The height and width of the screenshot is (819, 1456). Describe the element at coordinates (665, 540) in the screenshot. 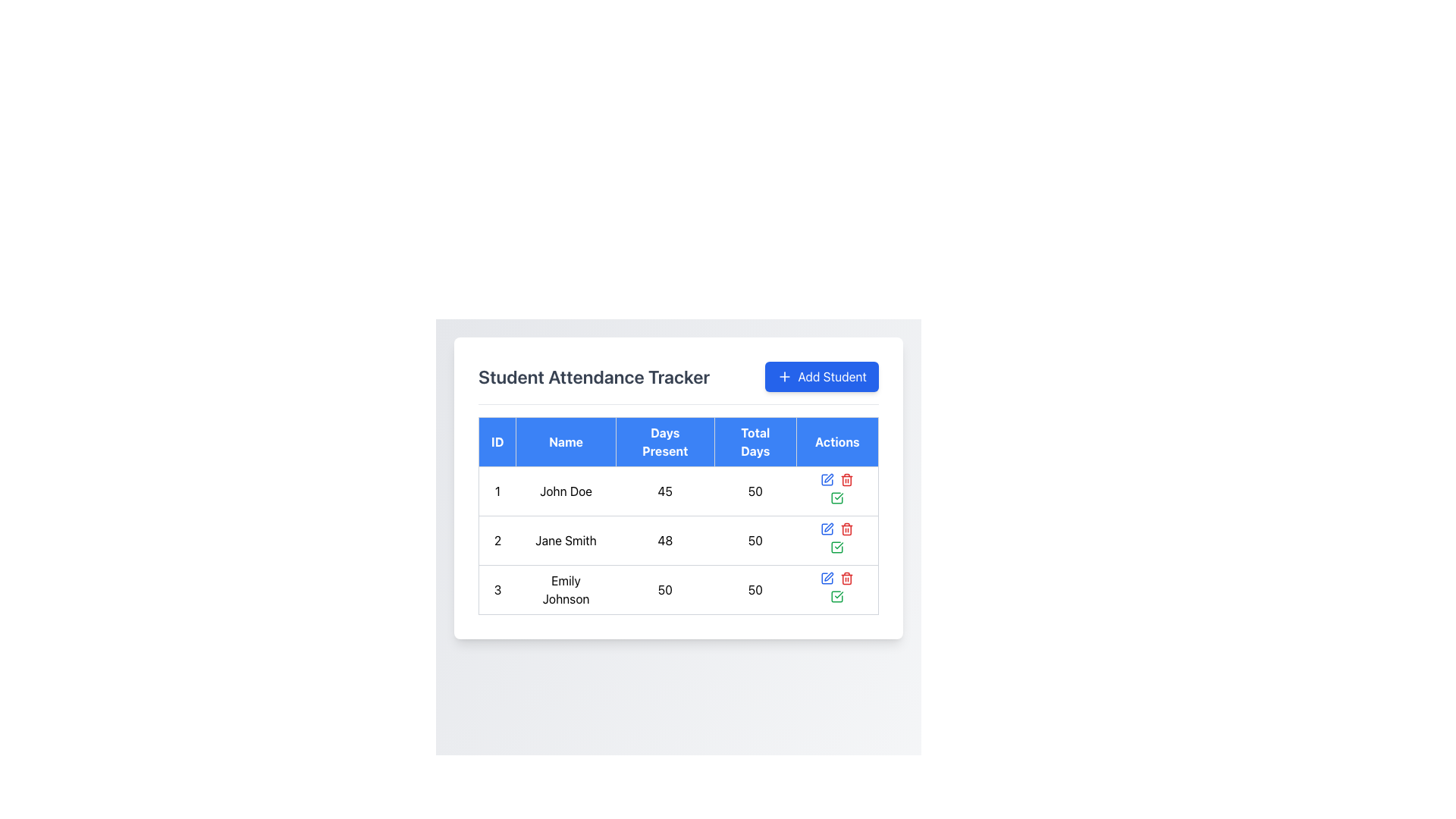

I see `the text display showing '48' in the 'Days Present' column of the second row (associated with 'Jane Smith')` at that location.